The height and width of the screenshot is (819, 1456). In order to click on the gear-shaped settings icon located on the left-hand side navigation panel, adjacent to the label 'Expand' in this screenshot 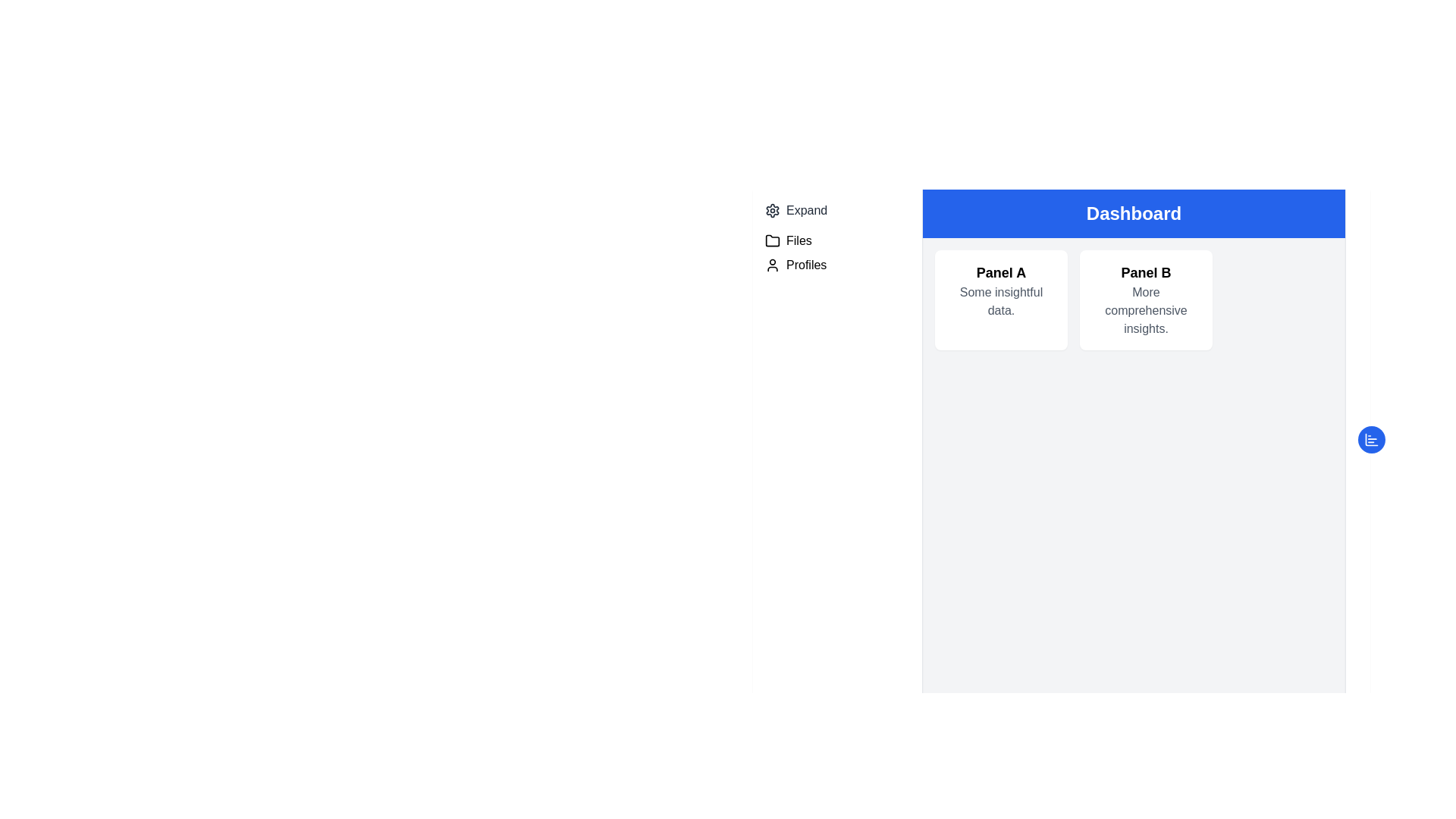, I will do `click(772, 210)`.